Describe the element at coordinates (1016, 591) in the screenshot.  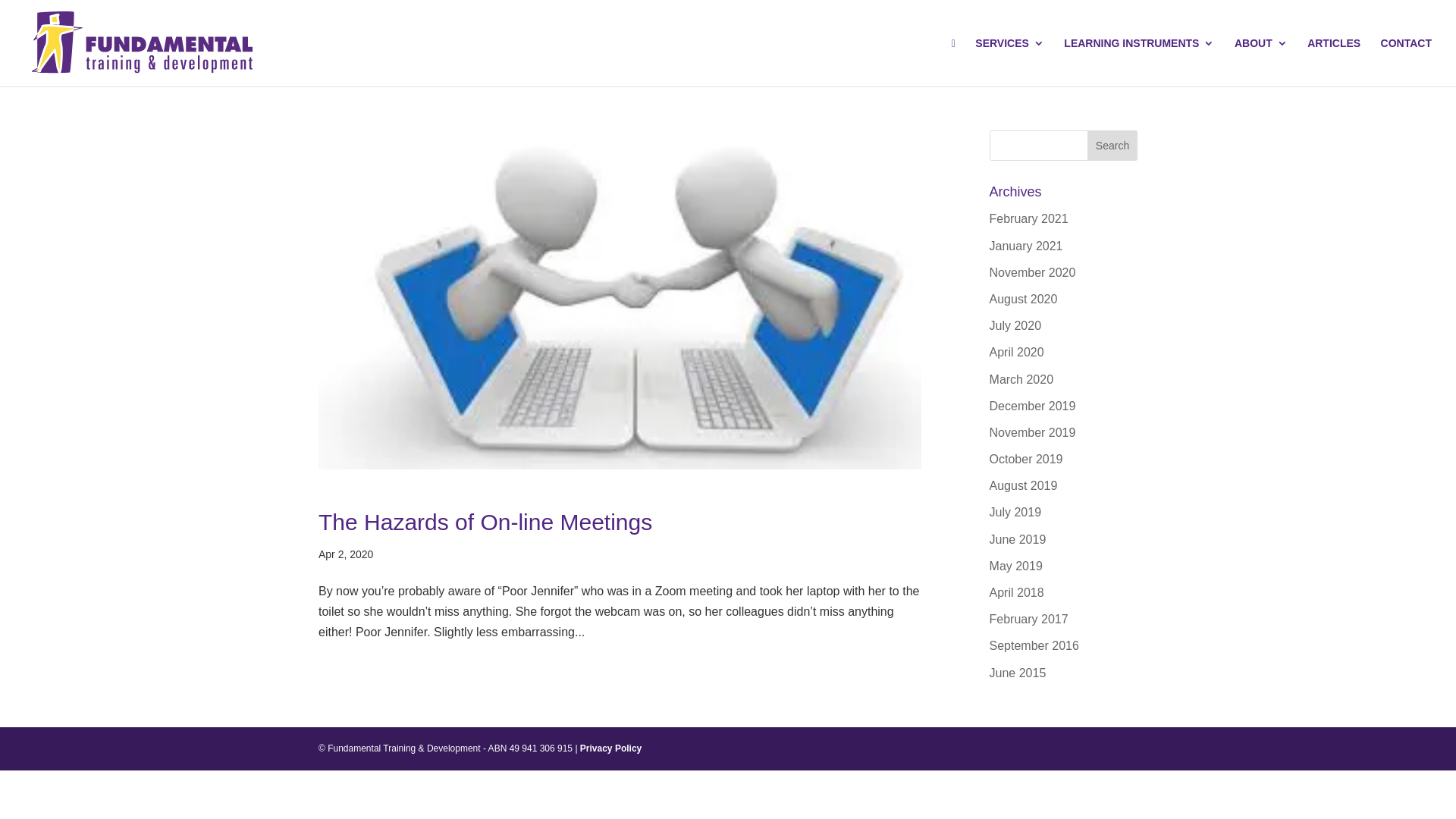
I see `'April 2018'` at that location.